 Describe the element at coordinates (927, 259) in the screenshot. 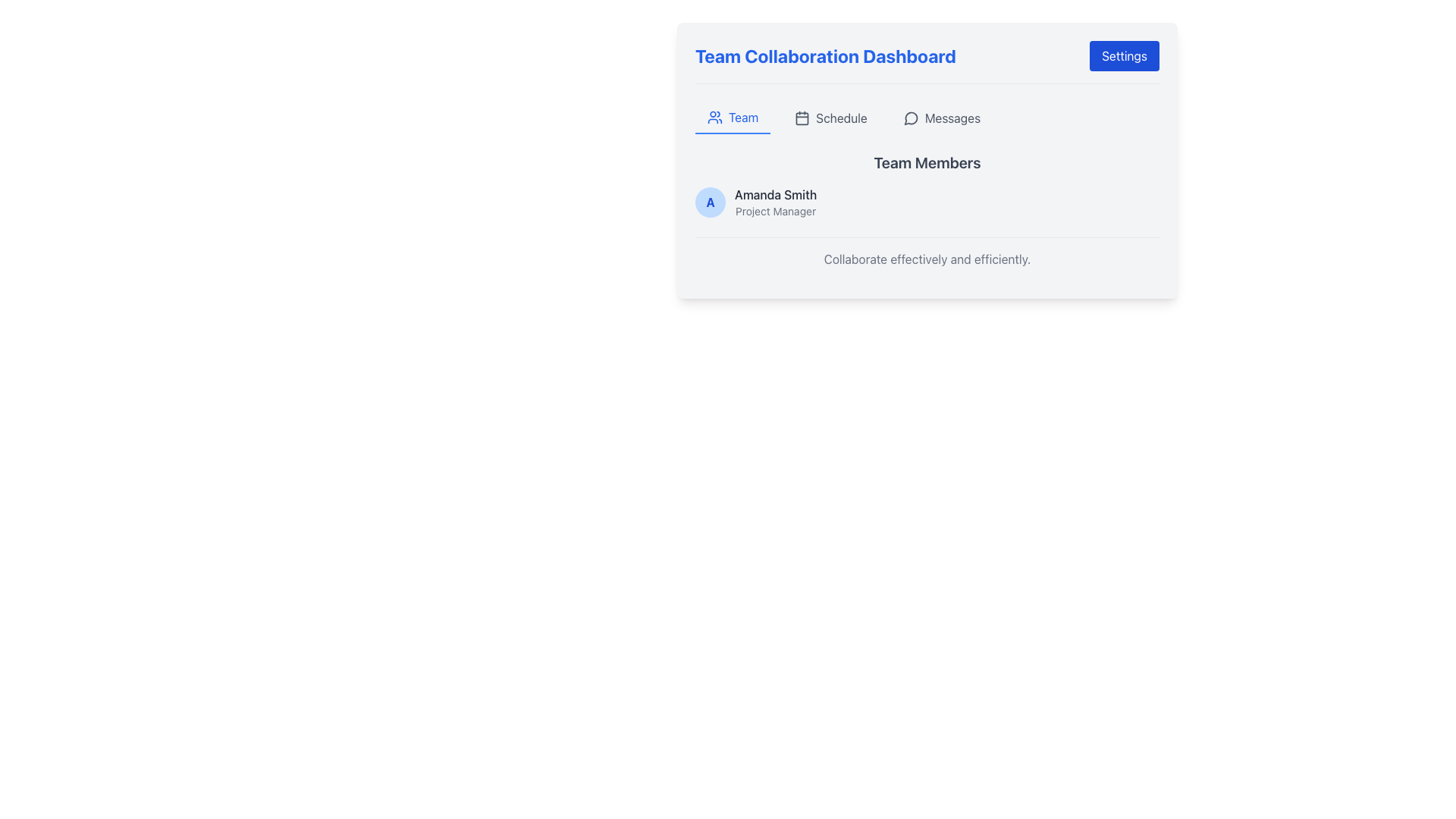

I see `the motivational statement displayed in the static text field located at the lower section of the card beneath 'Team Members' and 'Amanda Smith.'` at that location.